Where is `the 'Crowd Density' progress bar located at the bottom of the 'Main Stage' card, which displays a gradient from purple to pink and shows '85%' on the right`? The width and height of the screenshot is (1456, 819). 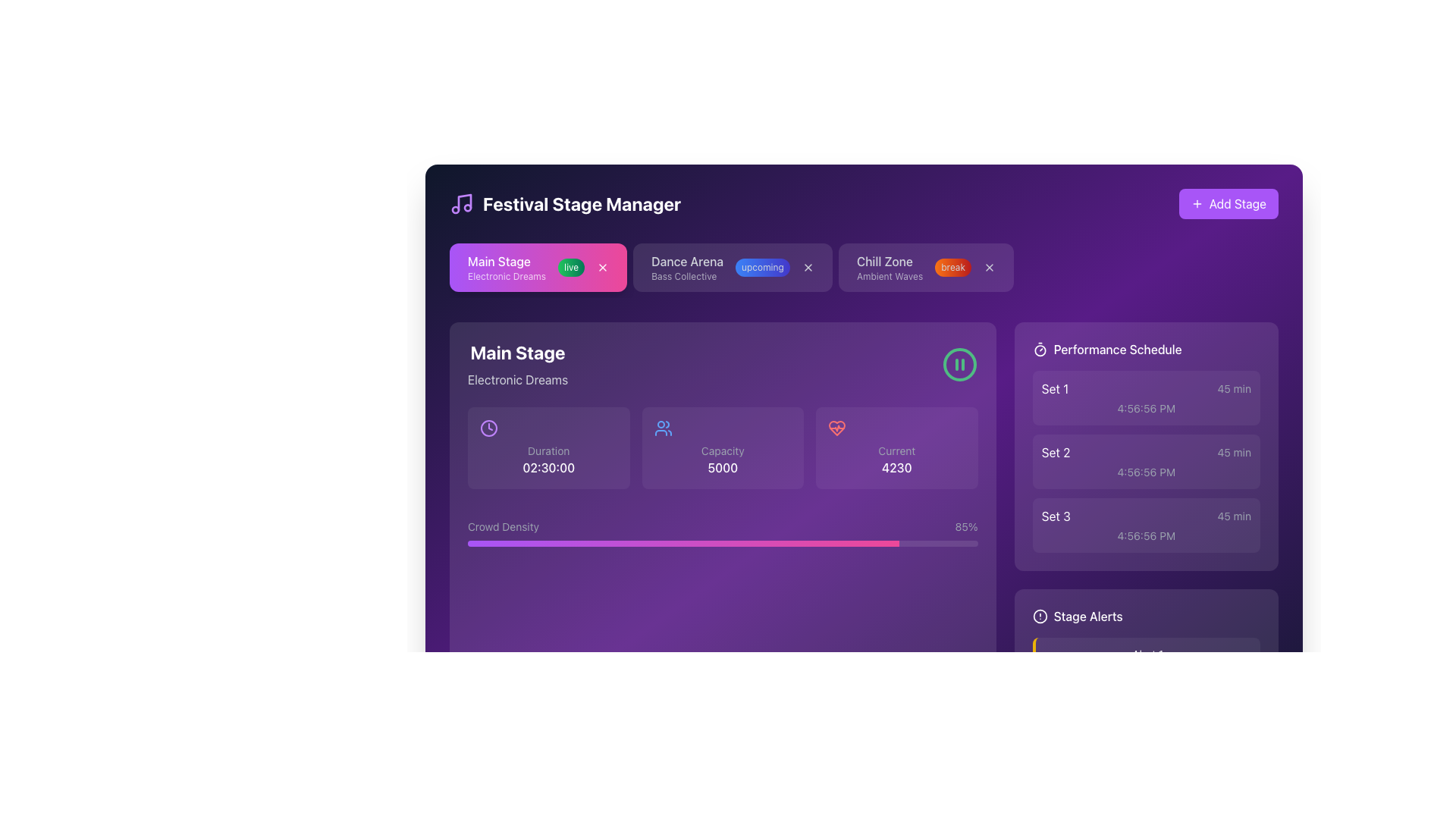 the 'Crowd Density' progress bar located at the bottom of the 'Main Stage' card, which displays a gradient from purple to pink and shows '85%' on the right is located at coordinates (722, 526).